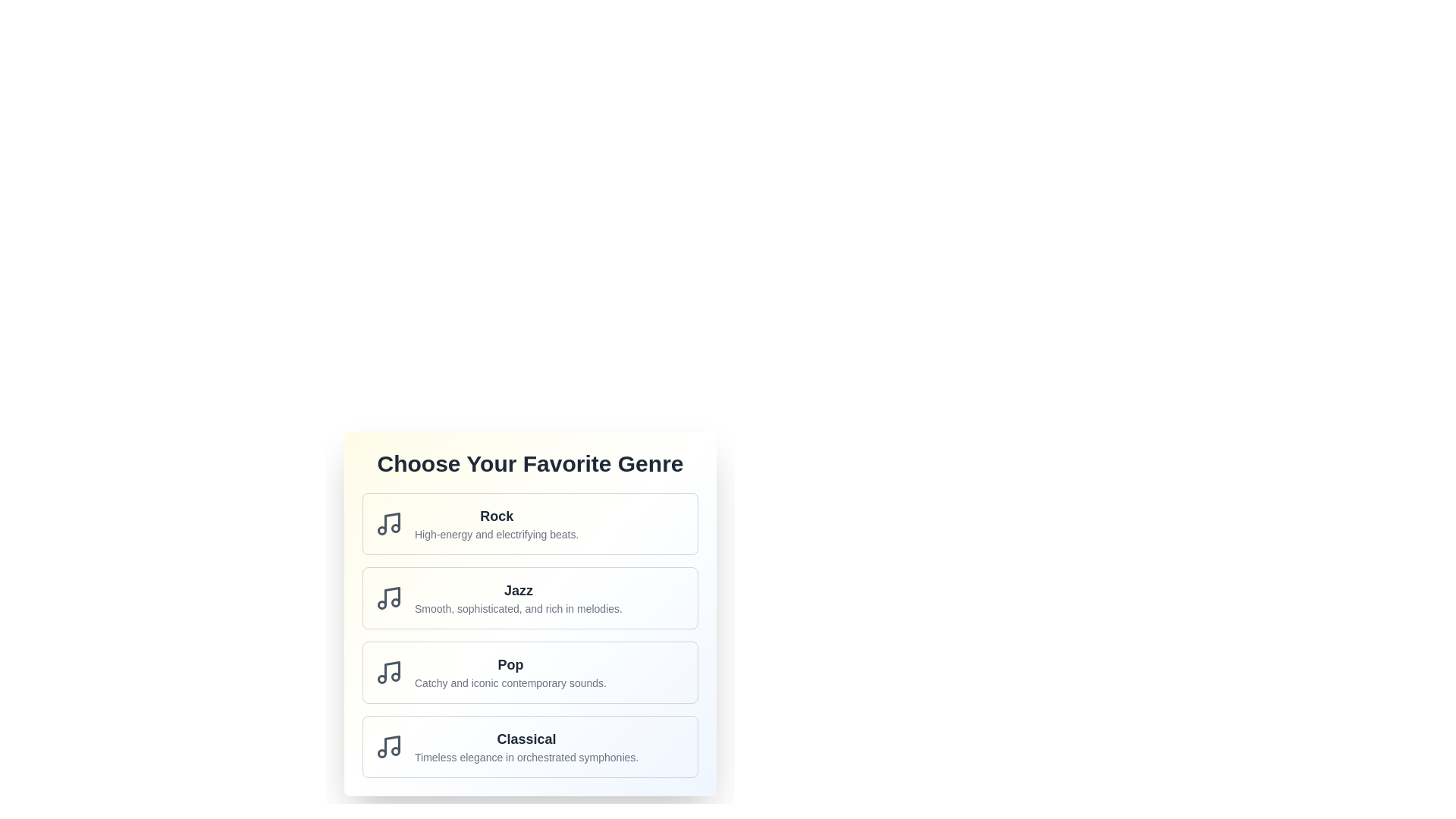  What do you see at coordinates (526, 745) in the screenshot?
I see `the selectable list item titled 'Classical'` at bounding box center [526, 745].